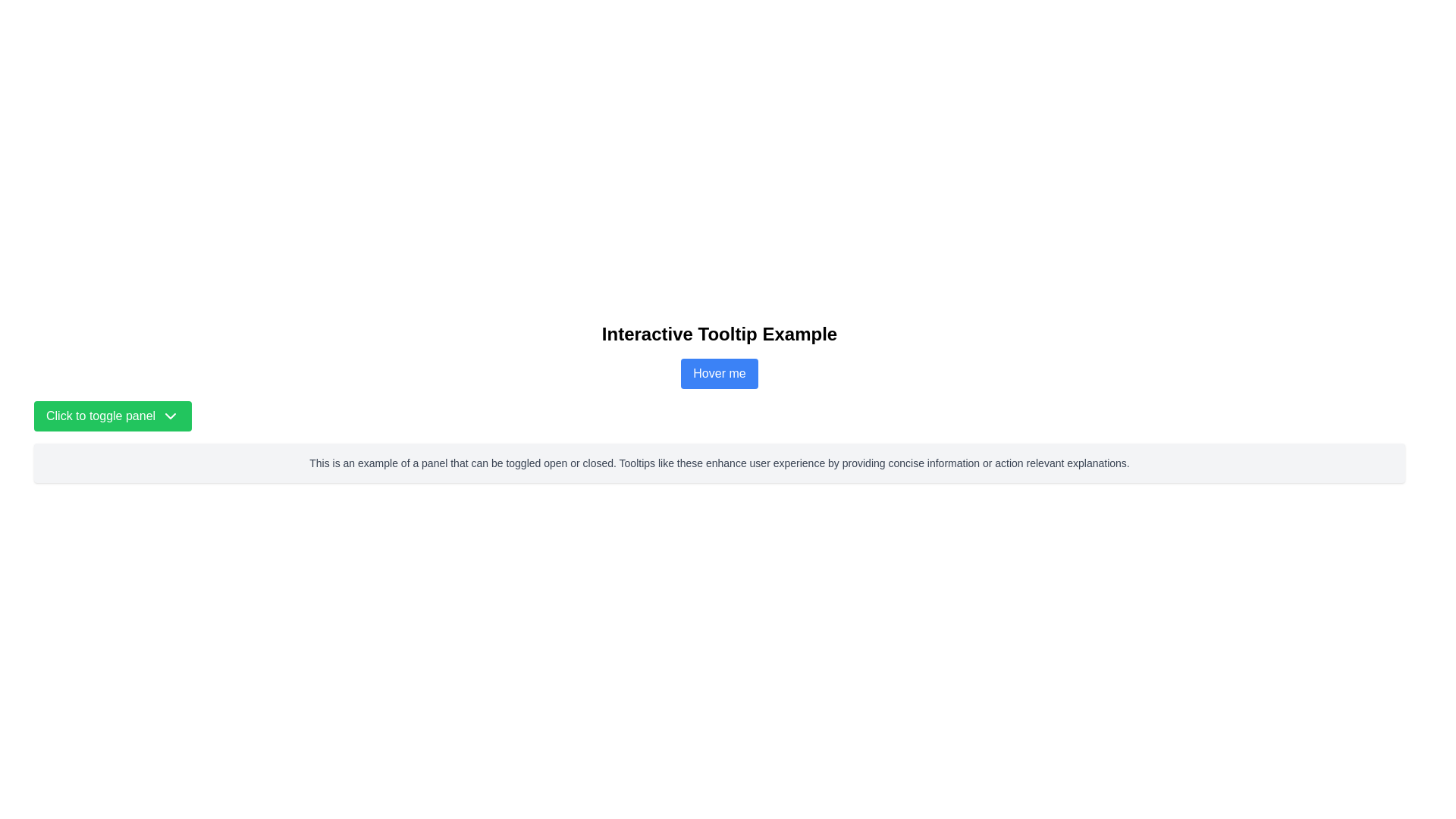 The width and height of the screenshot is (1456, 819). I want to click on the centered, bold, large-sized black text element reading 'Interactive Tooltip Example' located at the top of the section, so click(719, 333).